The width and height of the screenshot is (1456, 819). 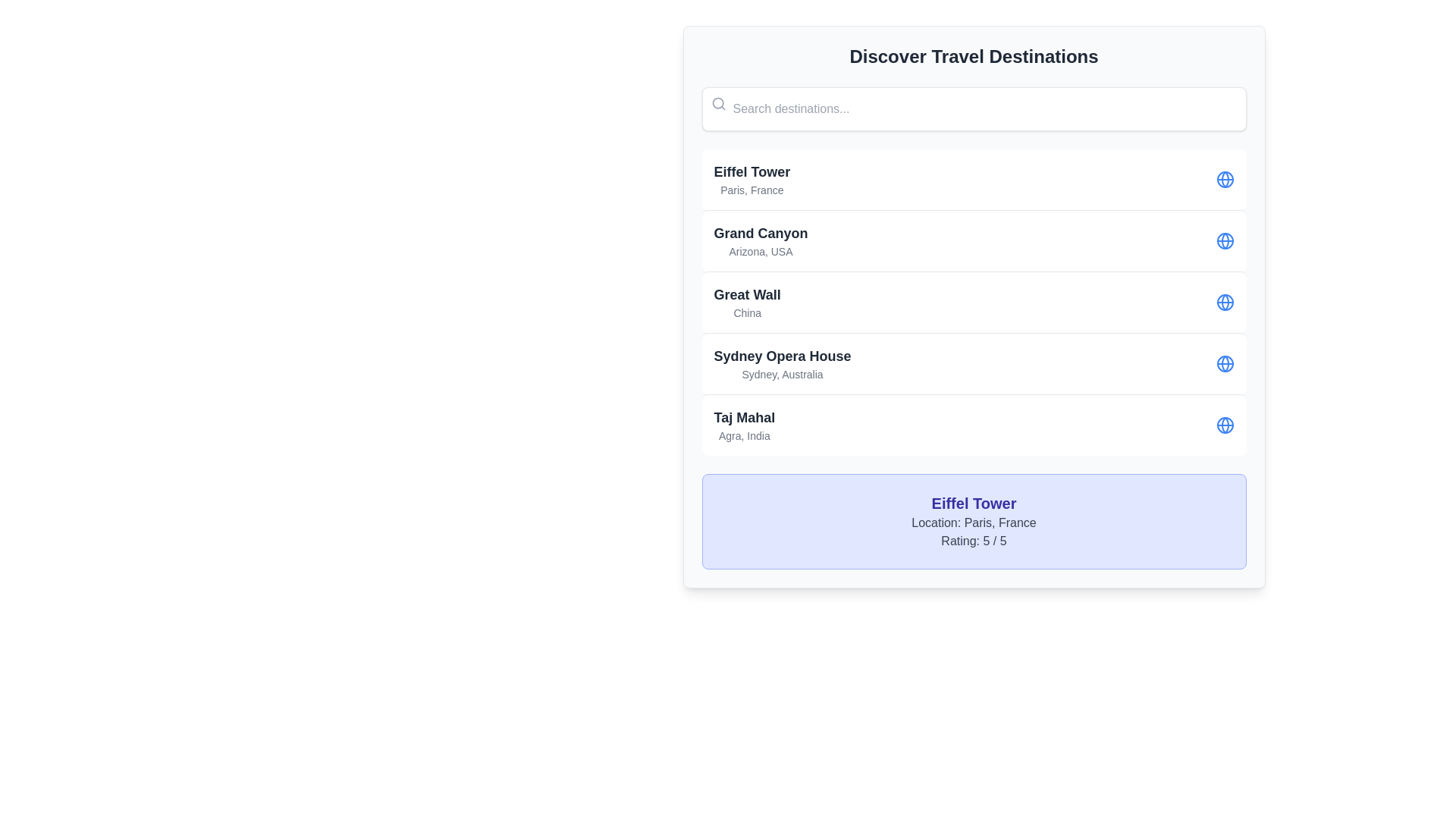 What do you see at coordinates (747, 295) in the screenshot?
I see `text content of the bold 'Great Wall' label, which is dark gray and positioned above the subtext 'China' in the middle of the list panel` at bounding box center [747, 295].